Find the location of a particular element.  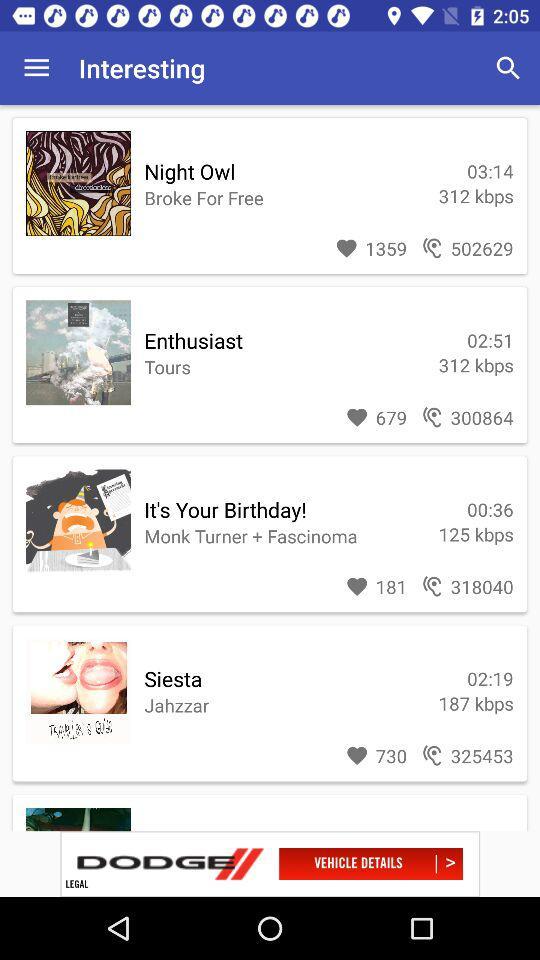

click on advertisement is located at coordinates (270, 863).